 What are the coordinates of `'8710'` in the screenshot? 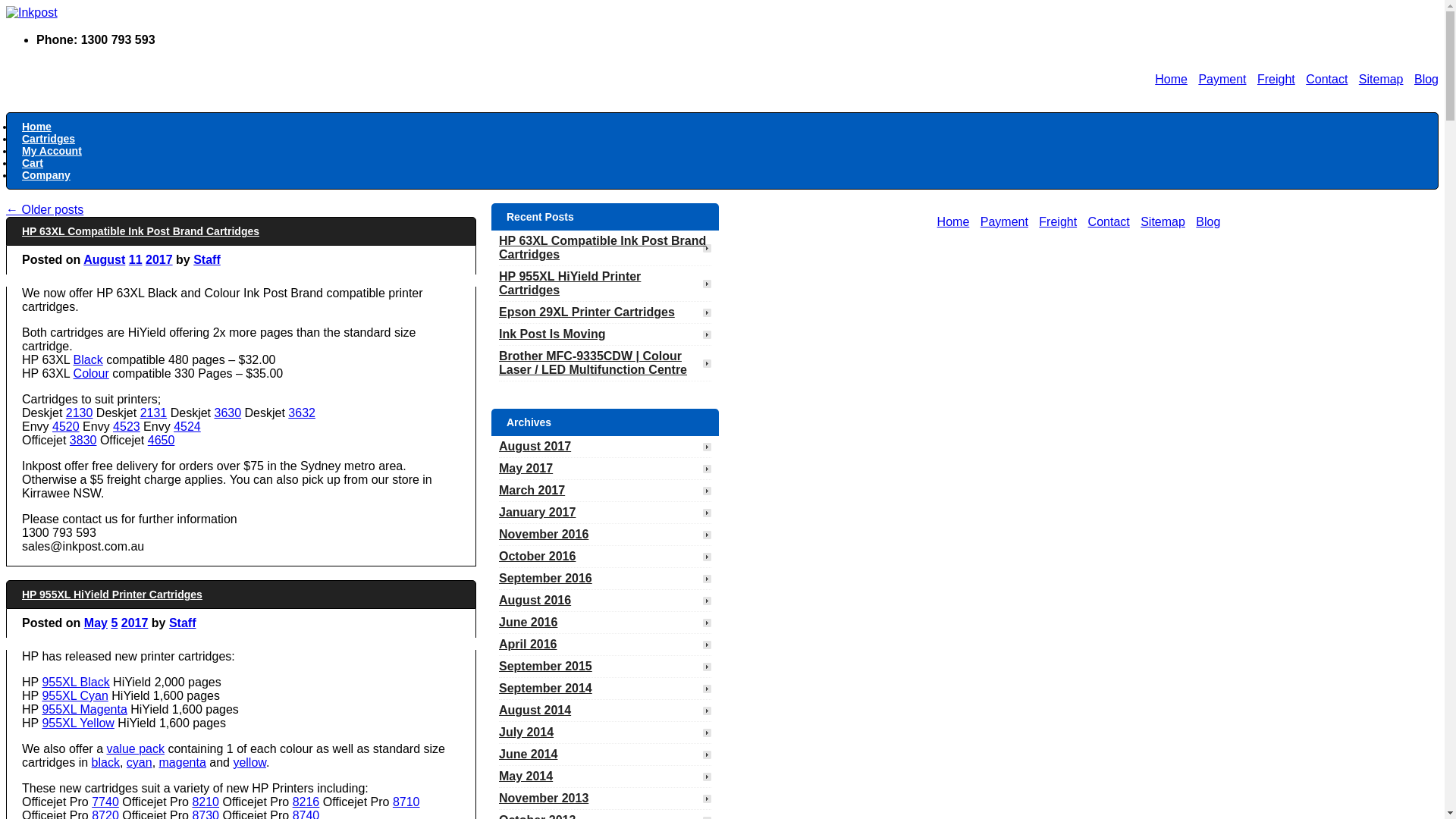 It's located at (406, 801).